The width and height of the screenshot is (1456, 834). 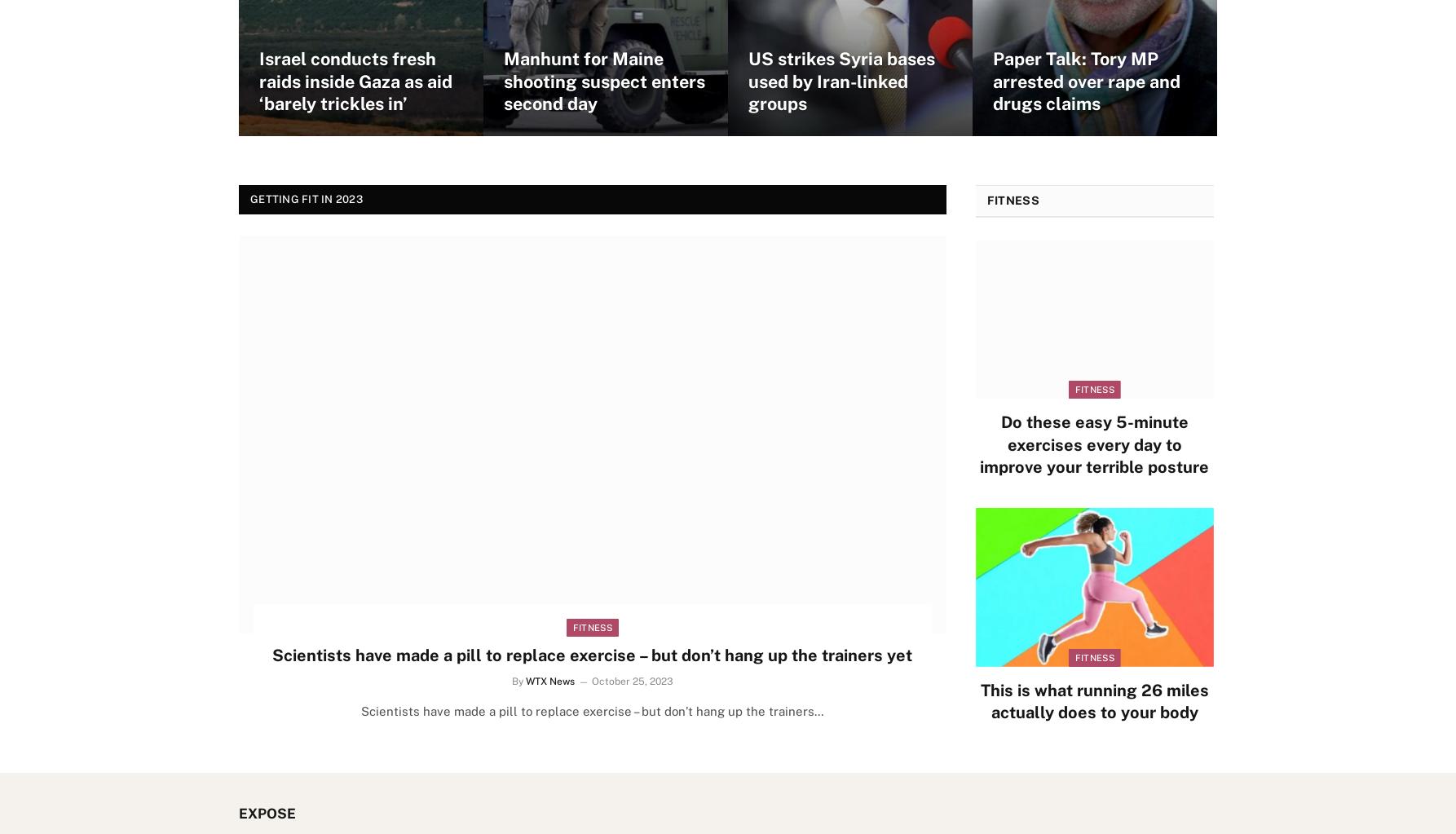 I want to click on 'Paper Talk: Tory MP arrested over rape and drugs claims', so click(x=1087, y=81).